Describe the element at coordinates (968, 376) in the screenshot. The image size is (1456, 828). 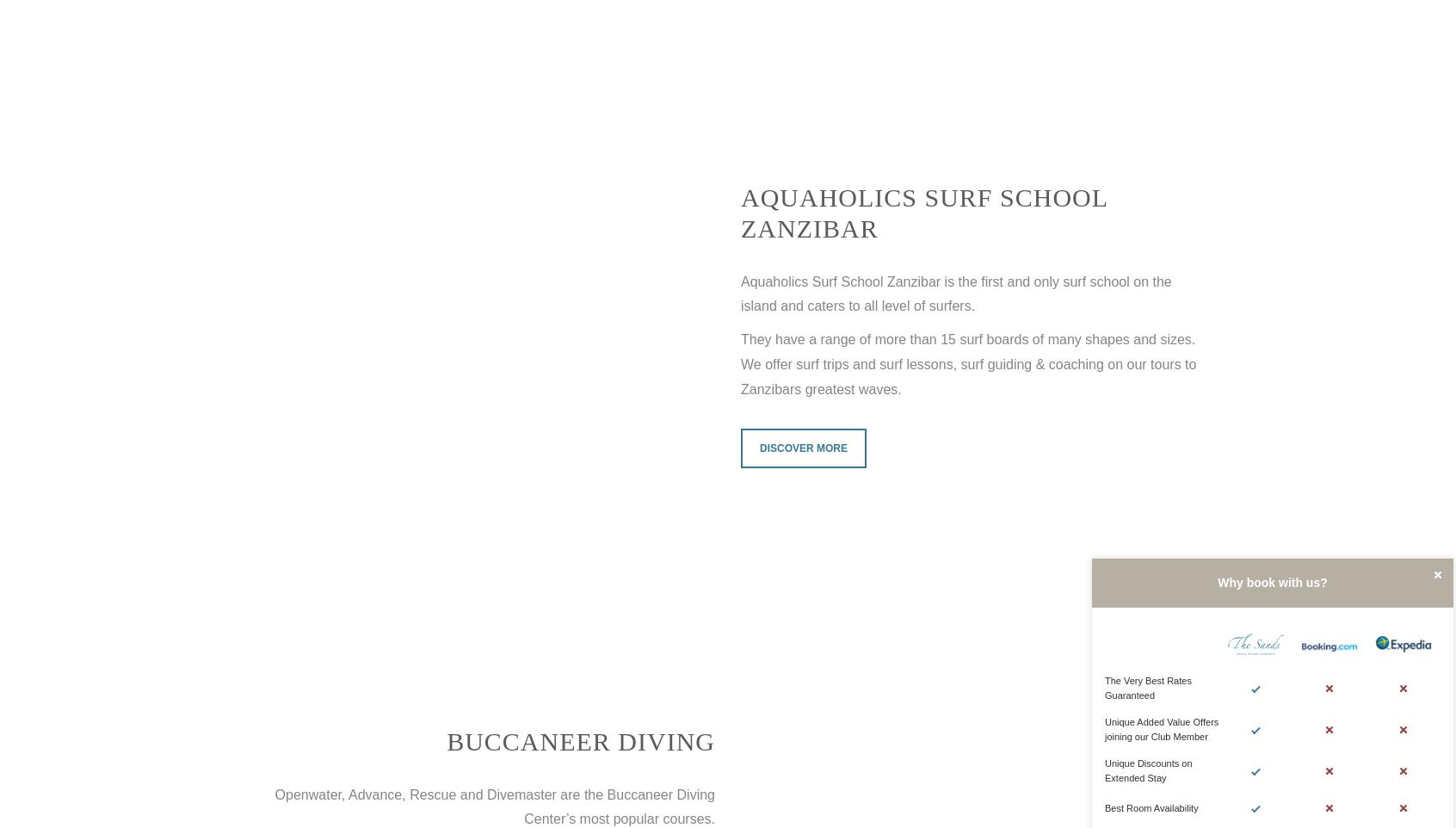
I see `'We offer surf trips and surf lessons, surf guiding & coaching on our tours to Zanzibars greatest waves.'` at that location.